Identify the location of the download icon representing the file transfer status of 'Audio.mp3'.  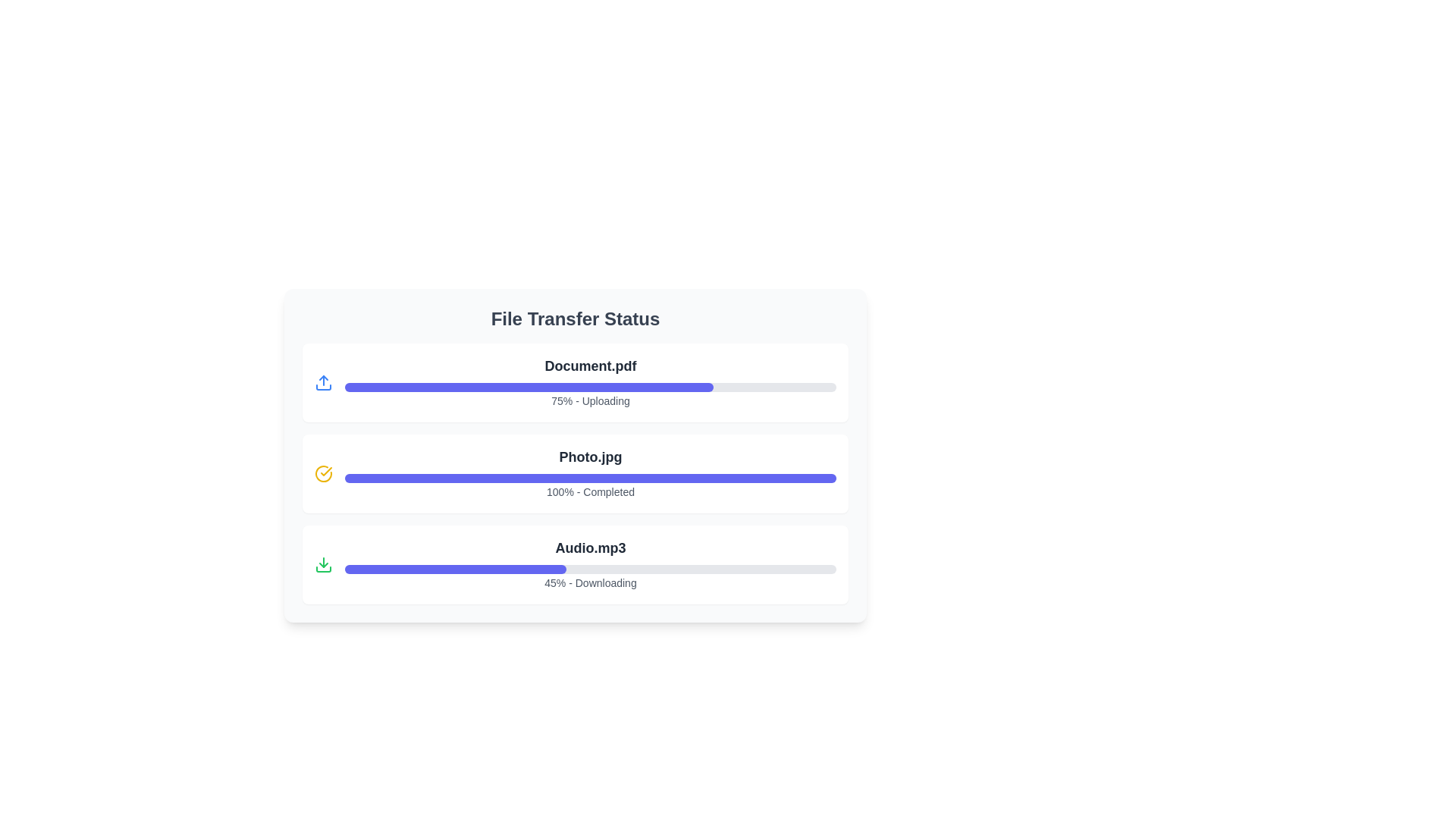
(323, 570).